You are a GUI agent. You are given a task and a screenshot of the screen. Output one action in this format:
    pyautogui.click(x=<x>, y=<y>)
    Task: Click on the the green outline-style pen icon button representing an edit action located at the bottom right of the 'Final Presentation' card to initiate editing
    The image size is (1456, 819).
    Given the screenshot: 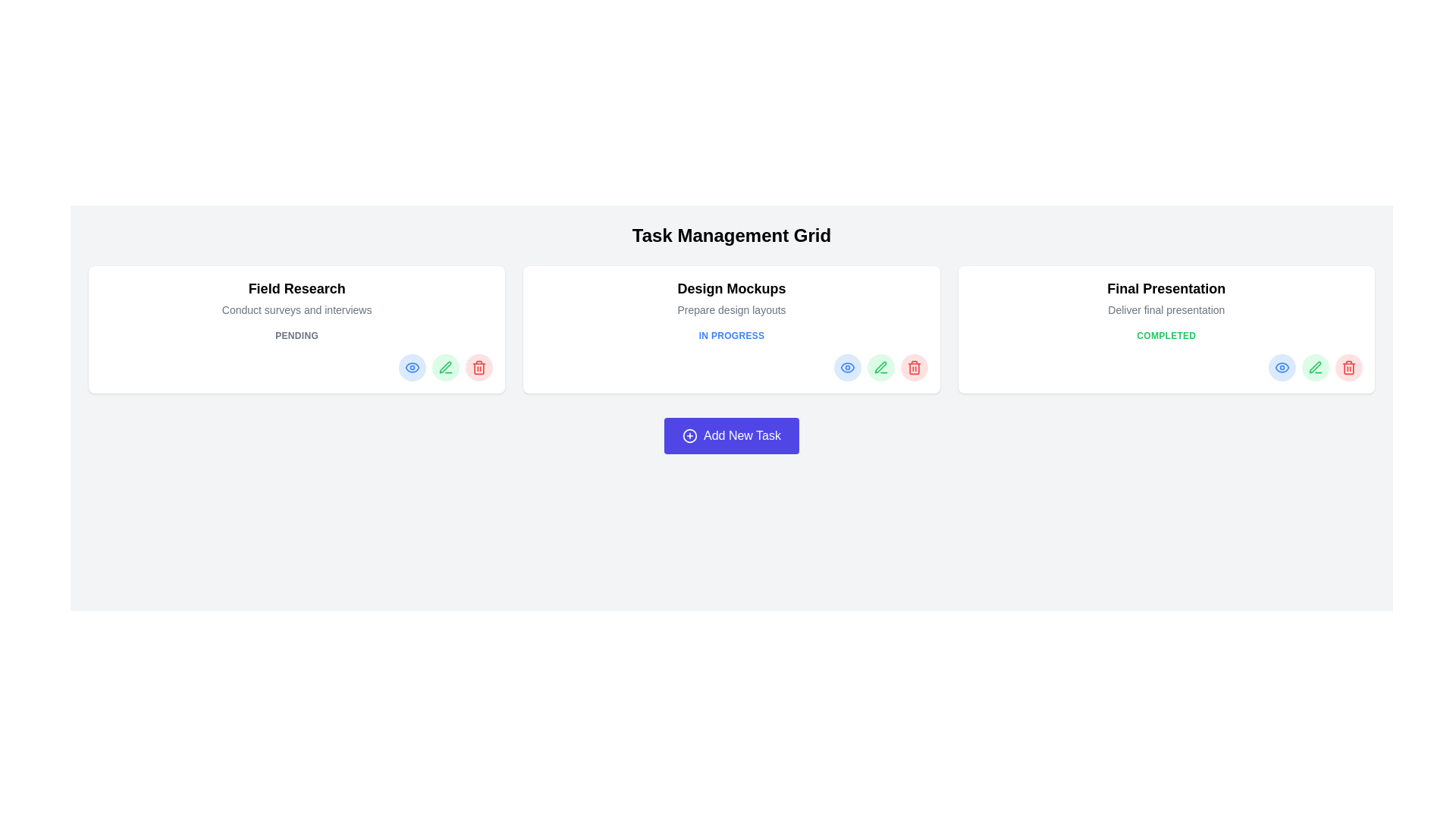 What is the action you would take?
    pyautogui.click(x=1314, y=368)
    